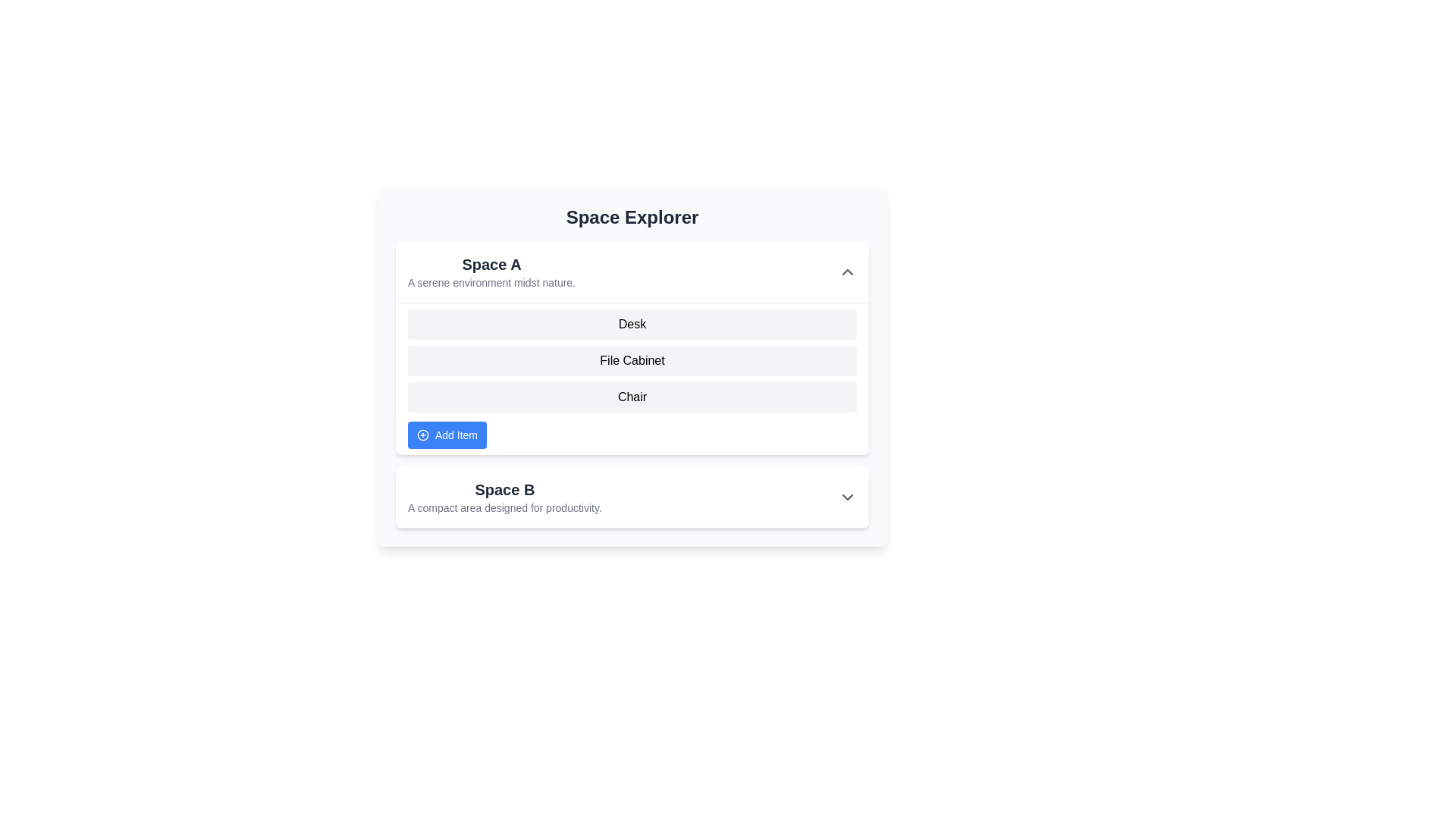  Describe the element at coordinates (632, 360) in the screenshot. I see `the 'File Cabinet' label, which is the second item in the list with a light gray background and rounded corners` at that location.